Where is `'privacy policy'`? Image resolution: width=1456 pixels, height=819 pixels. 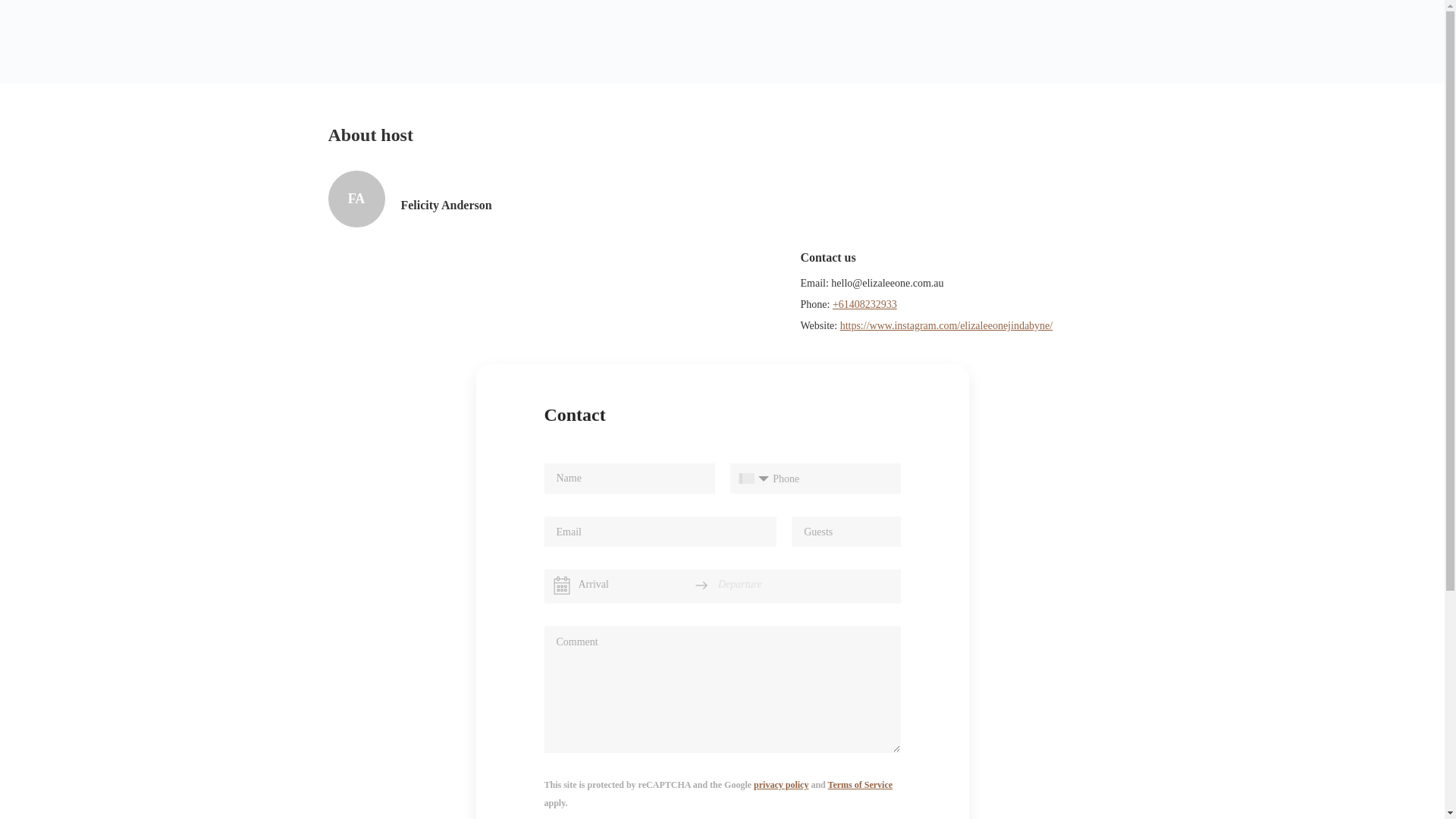 'privacy policy' is located at coordinates (781, 784).